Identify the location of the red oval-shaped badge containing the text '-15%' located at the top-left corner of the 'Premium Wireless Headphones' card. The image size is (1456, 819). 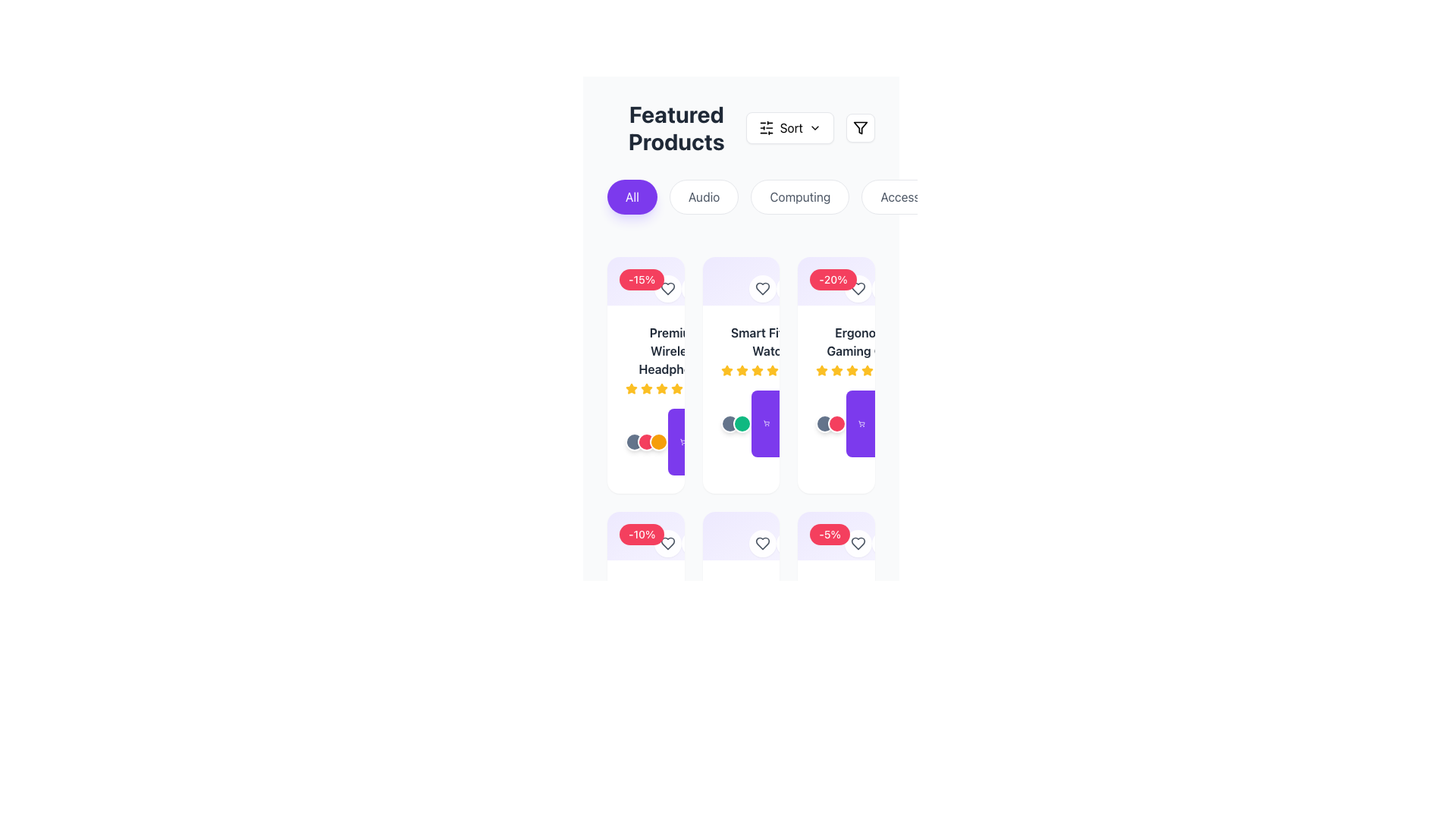
(645, 281).